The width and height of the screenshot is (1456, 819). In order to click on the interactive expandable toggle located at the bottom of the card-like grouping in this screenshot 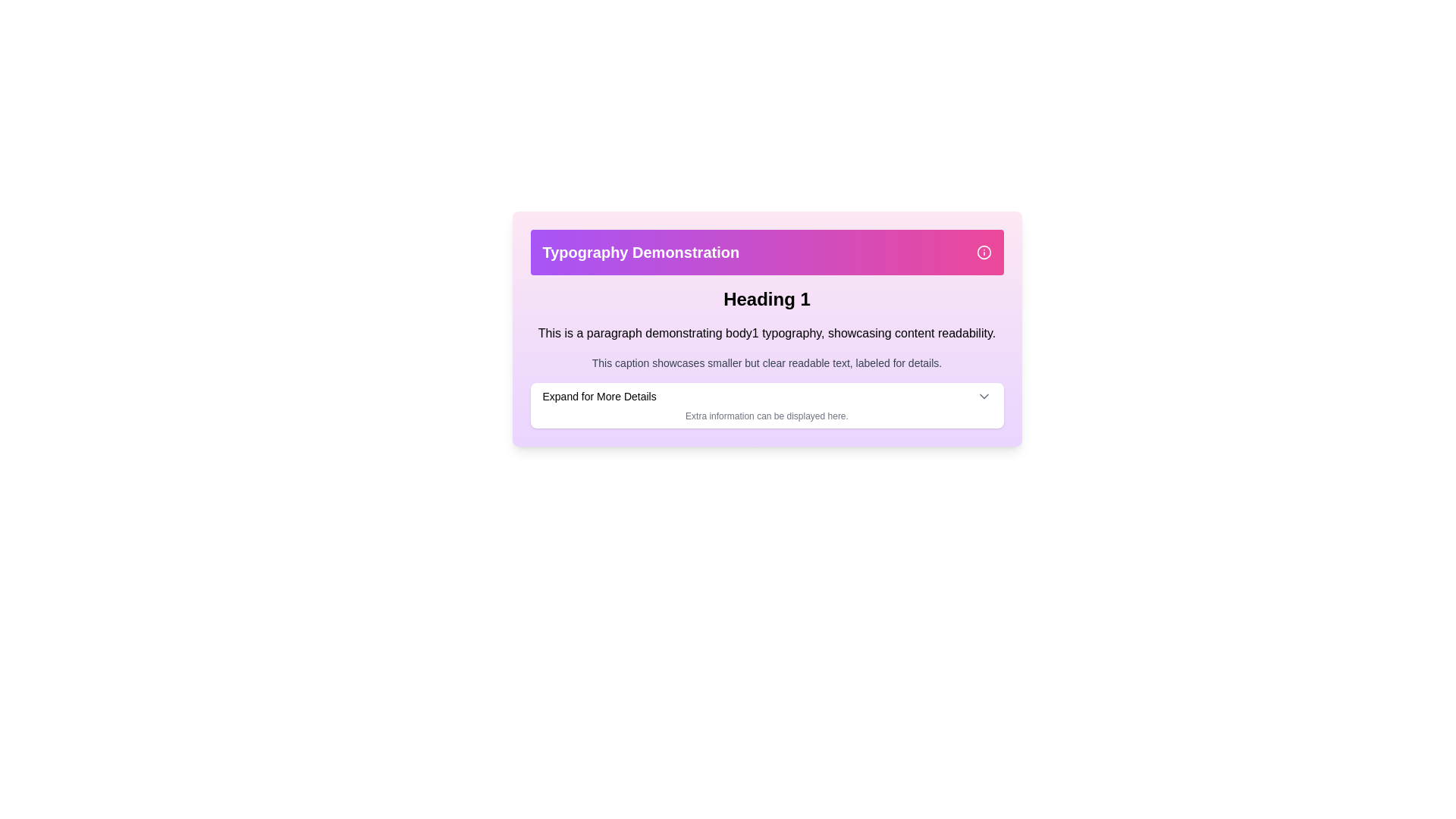, I will do `click(767, 396)`.